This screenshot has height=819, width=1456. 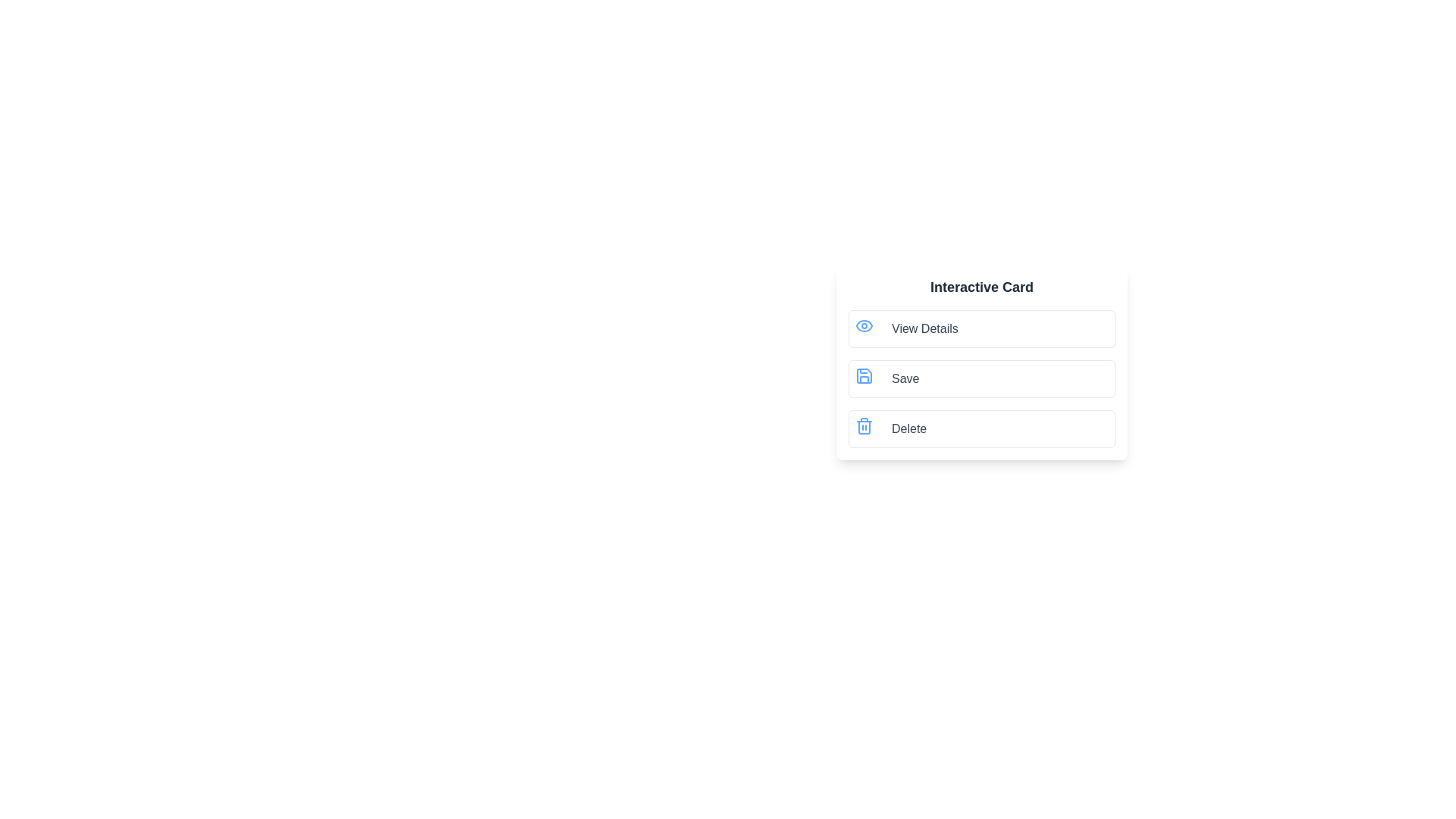 What do you see at coordinates (905, 378) in the screenshot?
I see `the 'Save' text label, which is part of the second button in a vertical stack of three buttons, styled with a medium-weight, gray font adjacent to an icon` at bounding box center [905, 378].